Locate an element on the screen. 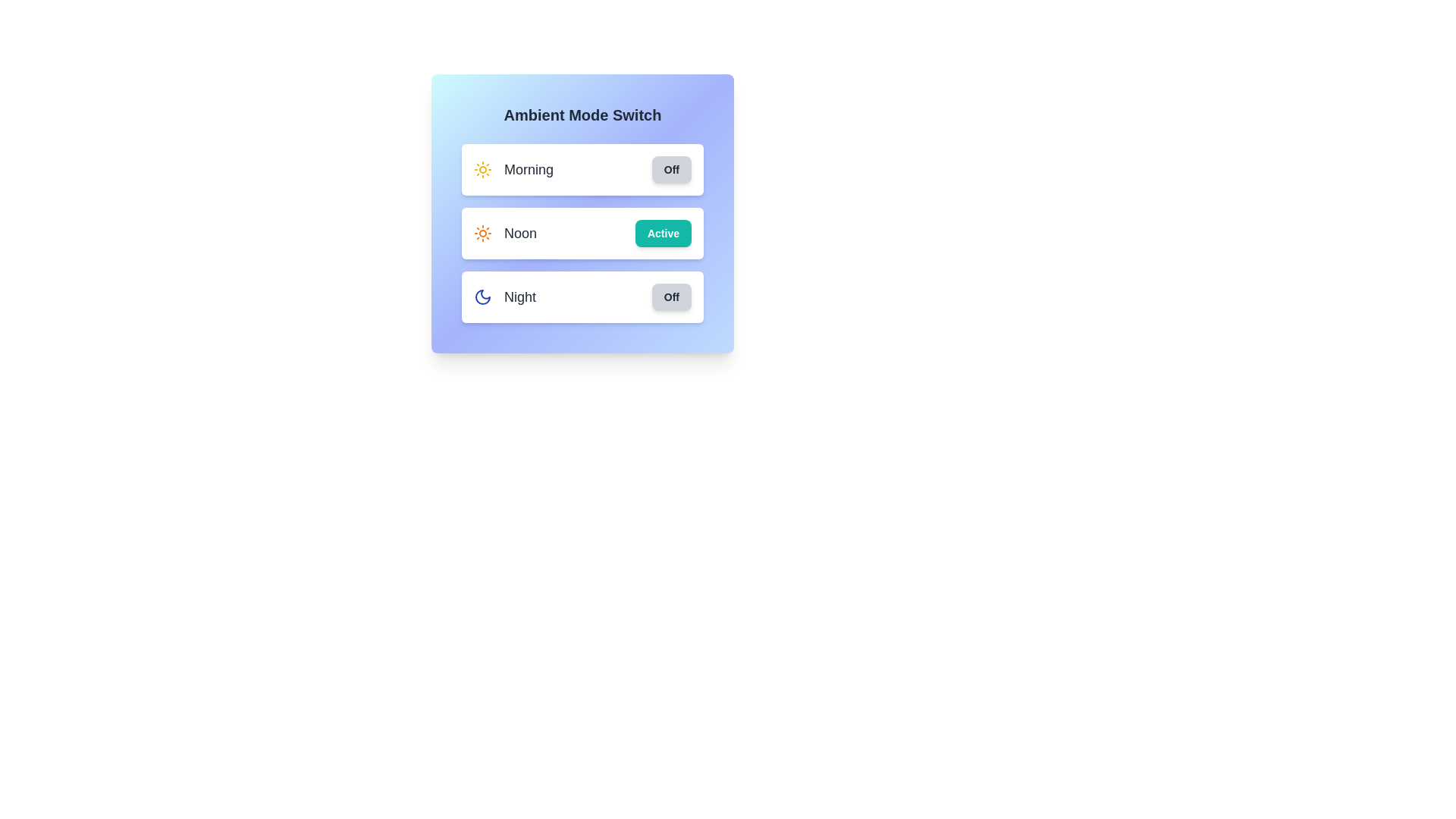 The image size is (1456, 819). the icon representing the 'Noon' mode is located at coordinates (482, 234).